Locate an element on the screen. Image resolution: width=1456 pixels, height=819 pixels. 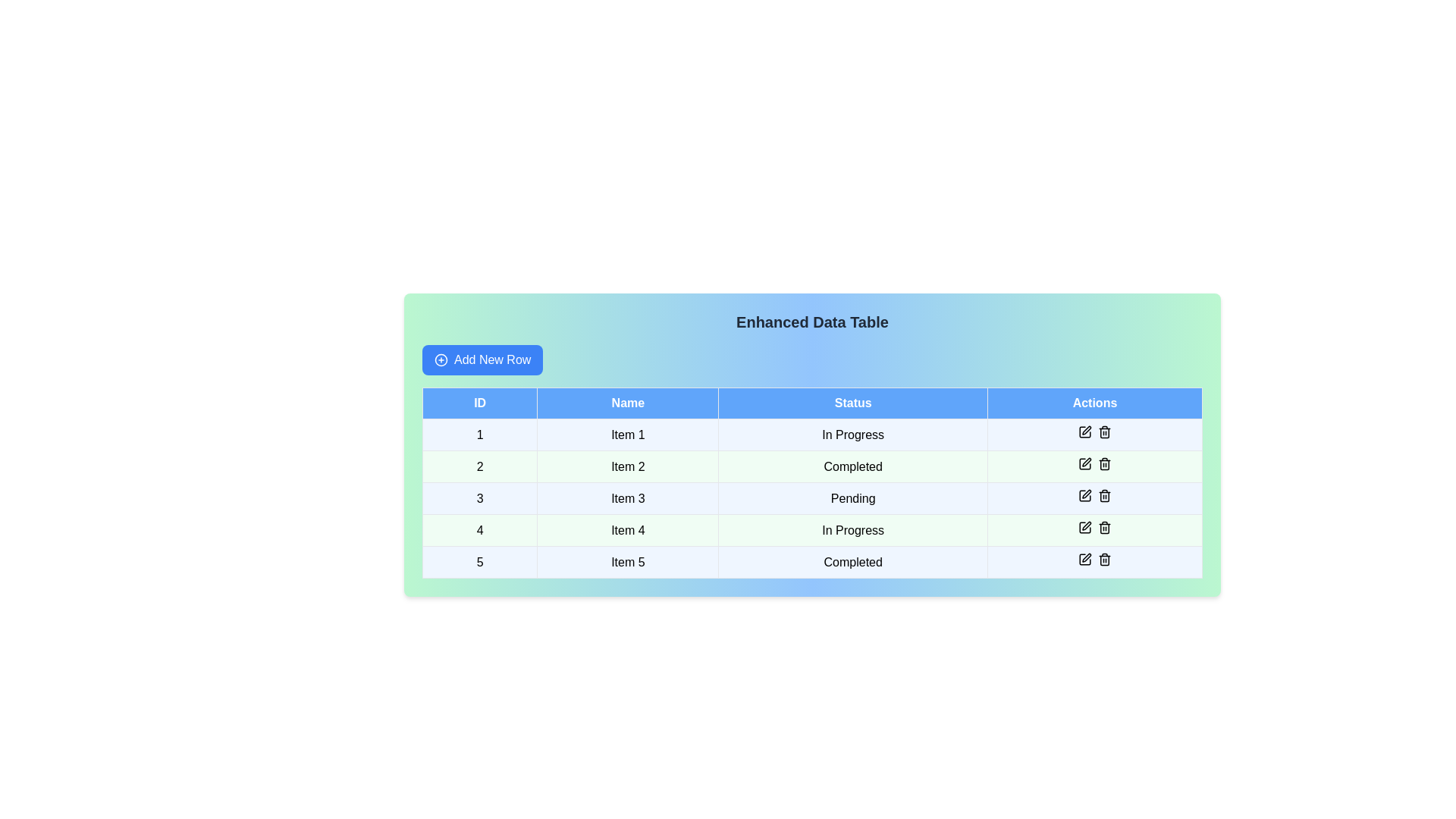
the edit button in the second row, fourth column of the 'Enhanced Data Table' is located at coordinates (1084, 463).